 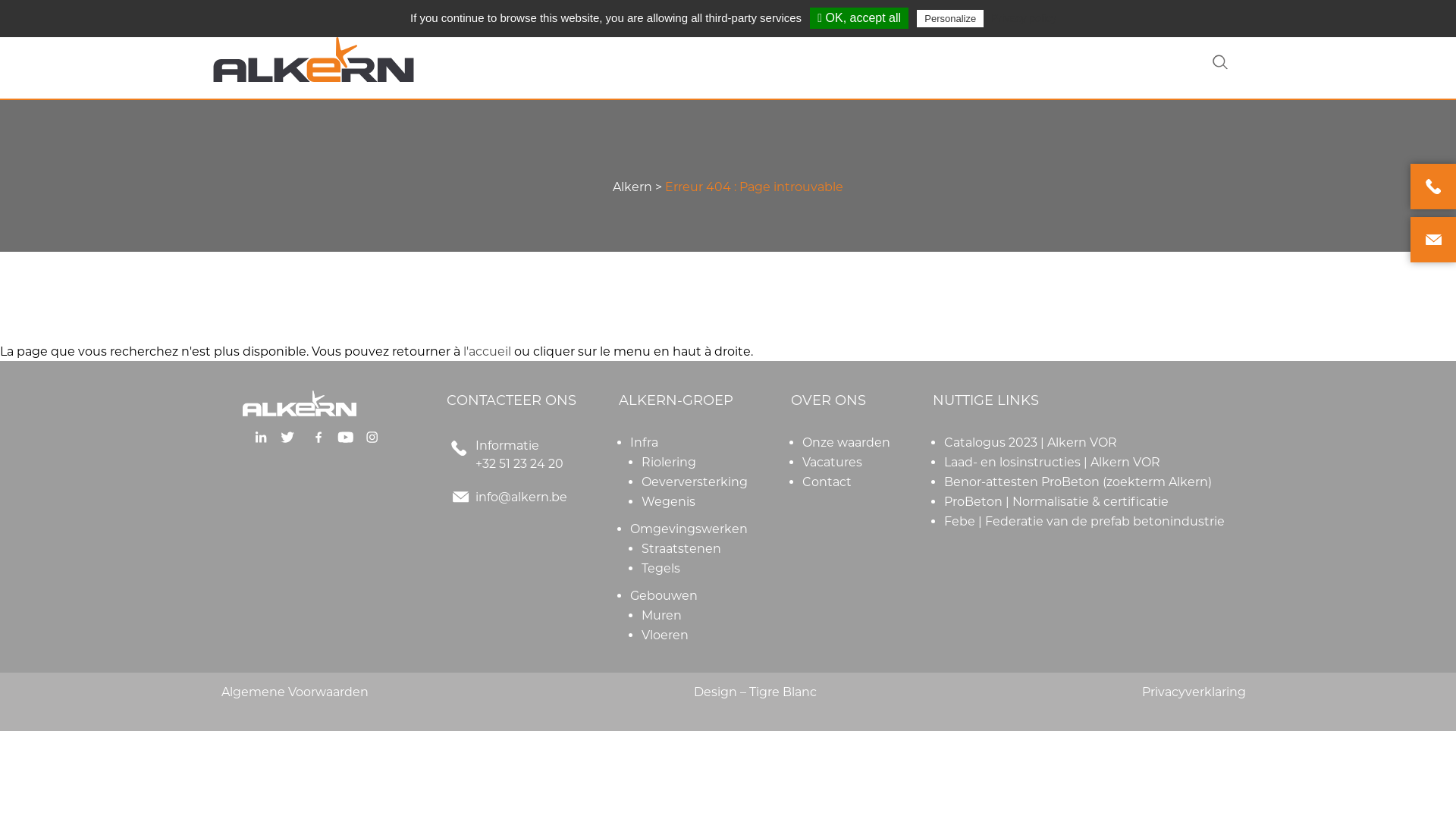 I want to click on 'Alkern', so click(x=632, y=186).